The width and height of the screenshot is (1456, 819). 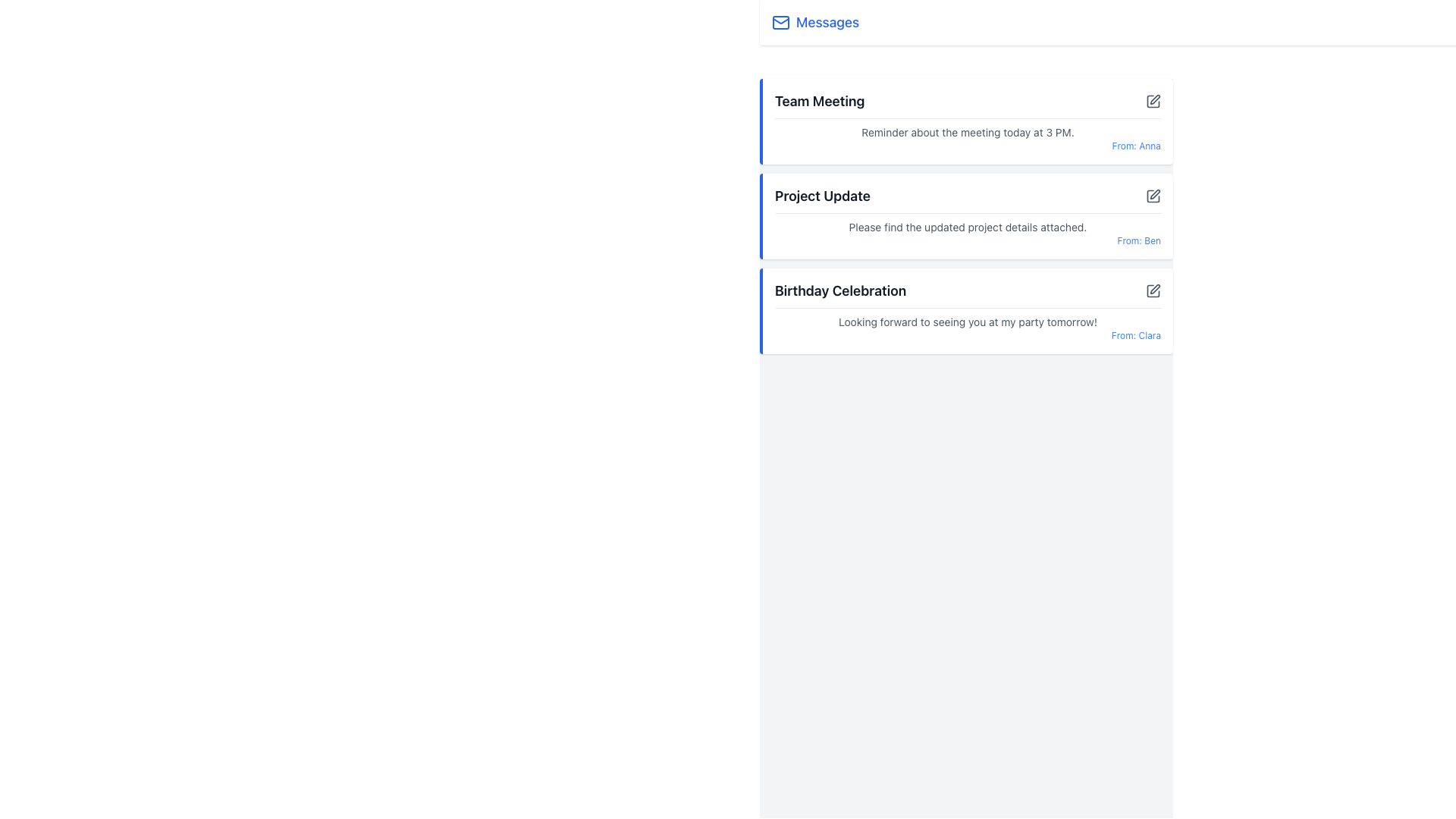 What do you see at coordinates (827, 23) in the screenshot?
I see `the 'Messages' static text located in the header section near the top-right corner of the application, adjacent to the mail icon` at bounding box center [827, 23].